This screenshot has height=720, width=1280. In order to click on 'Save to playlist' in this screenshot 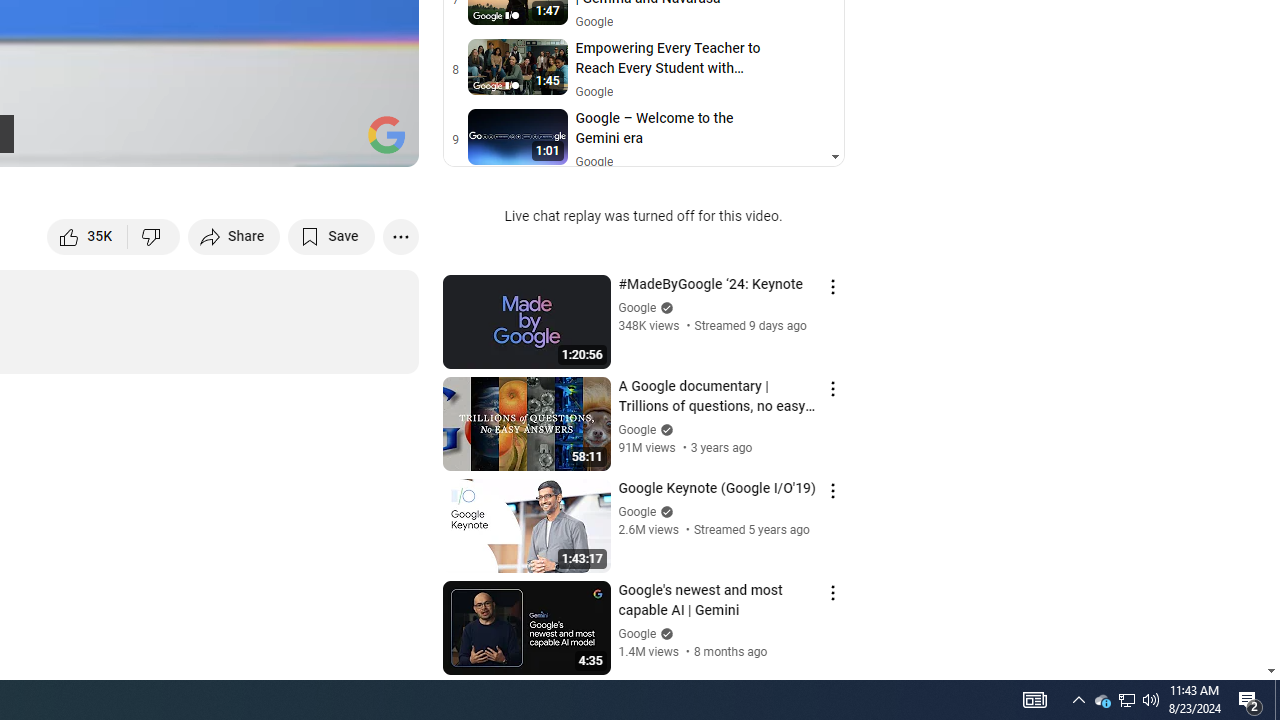, I will do `click(331, 235)`.